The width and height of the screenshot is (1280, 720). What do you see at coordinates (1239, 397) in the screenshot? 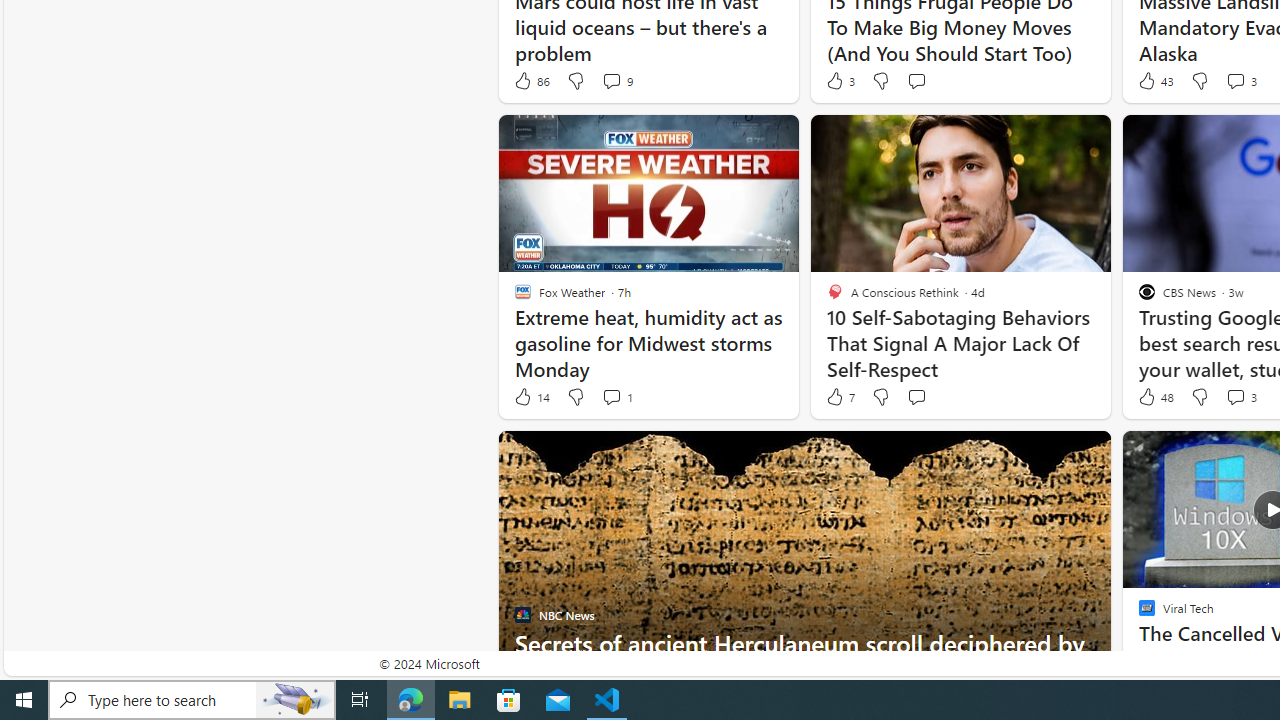
I see `'View comments 3 Comment'` at bounding box center [1239, 397].